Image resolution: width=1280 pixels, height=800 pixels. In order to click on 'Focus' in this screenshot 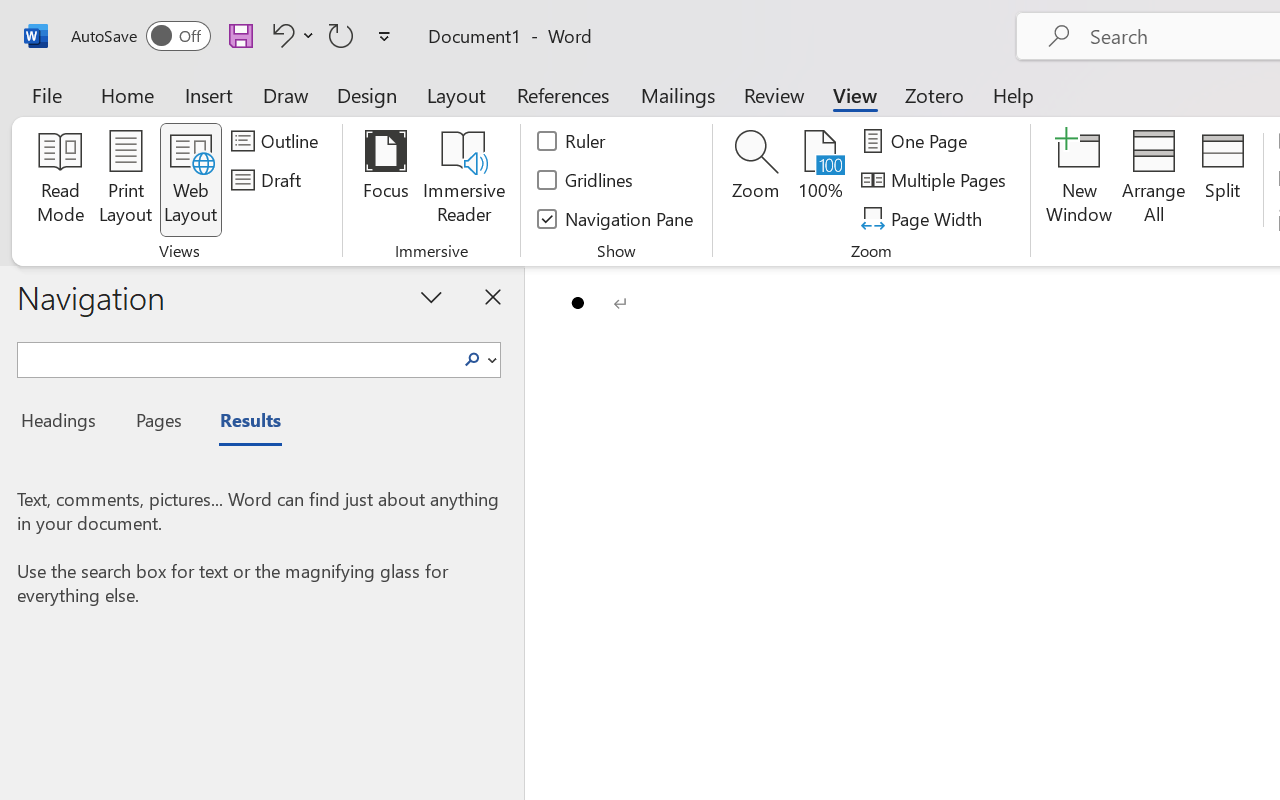, I will do `click(385, 179)`.